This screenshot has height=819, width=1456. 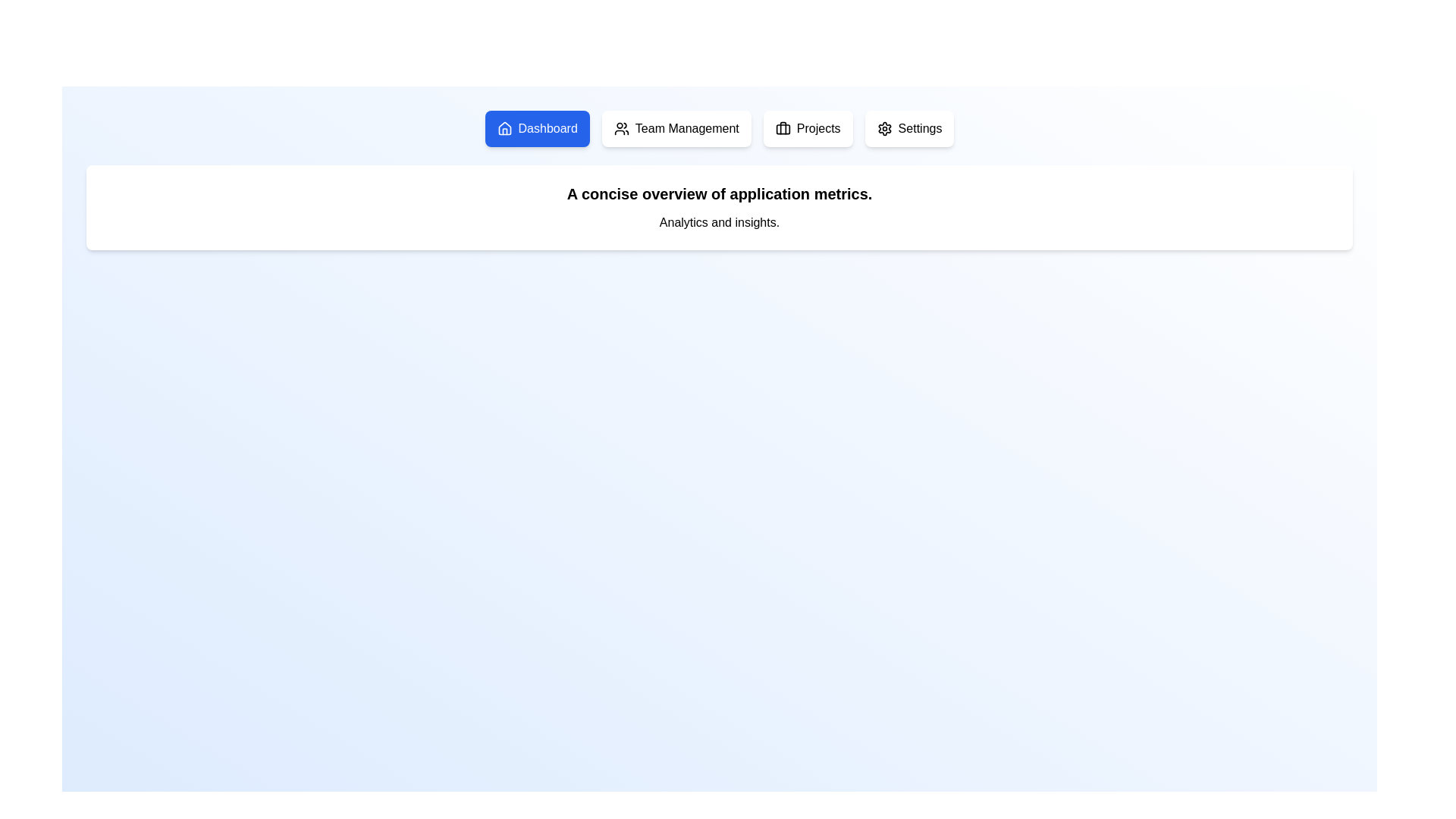 I want to click on the gear icon on the right side of the navigation bar, so click(x=884, y=127).